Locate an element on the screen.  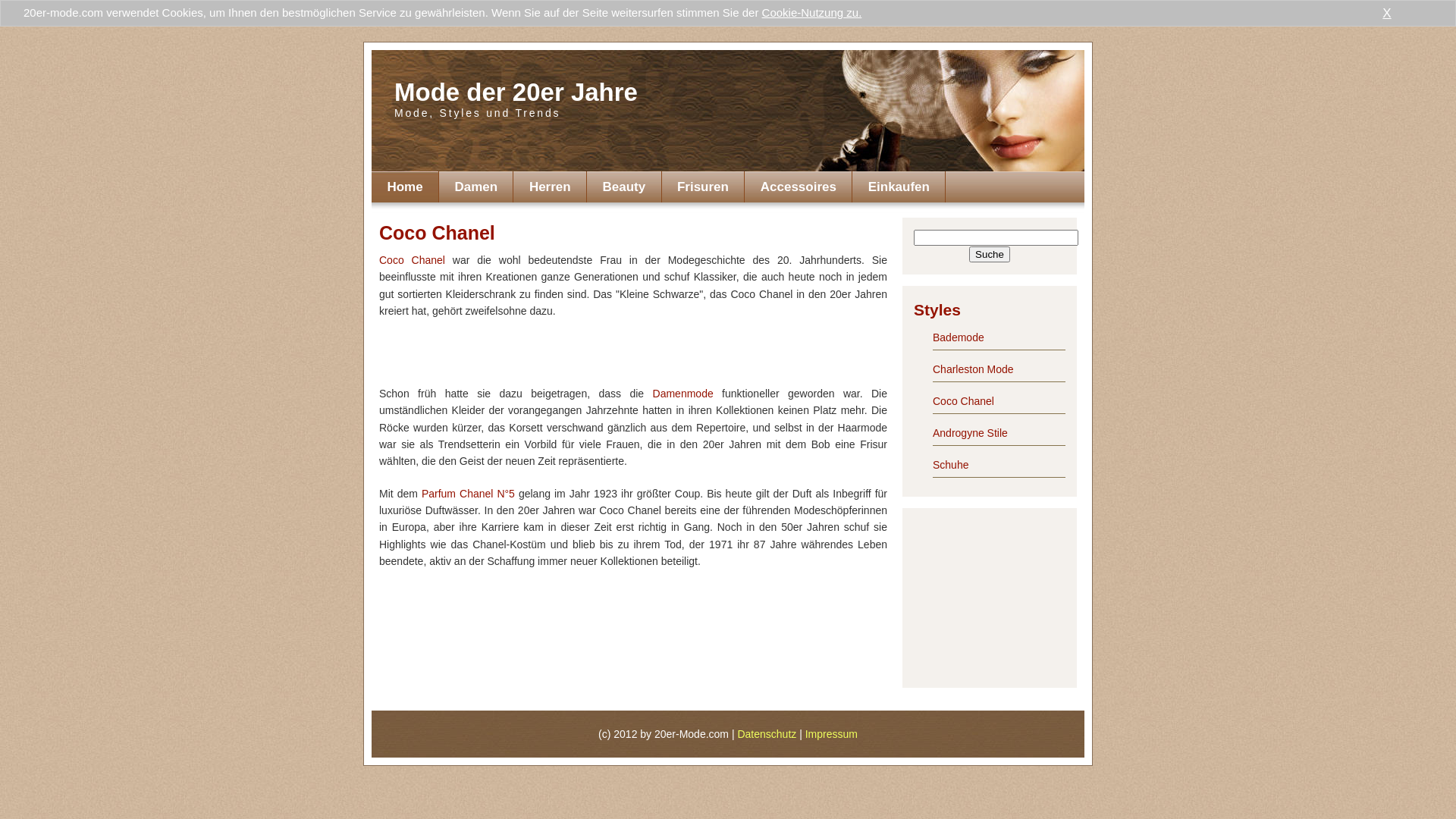
'Cookie-Nutzung zu.' is located at coordinates (811, 12).